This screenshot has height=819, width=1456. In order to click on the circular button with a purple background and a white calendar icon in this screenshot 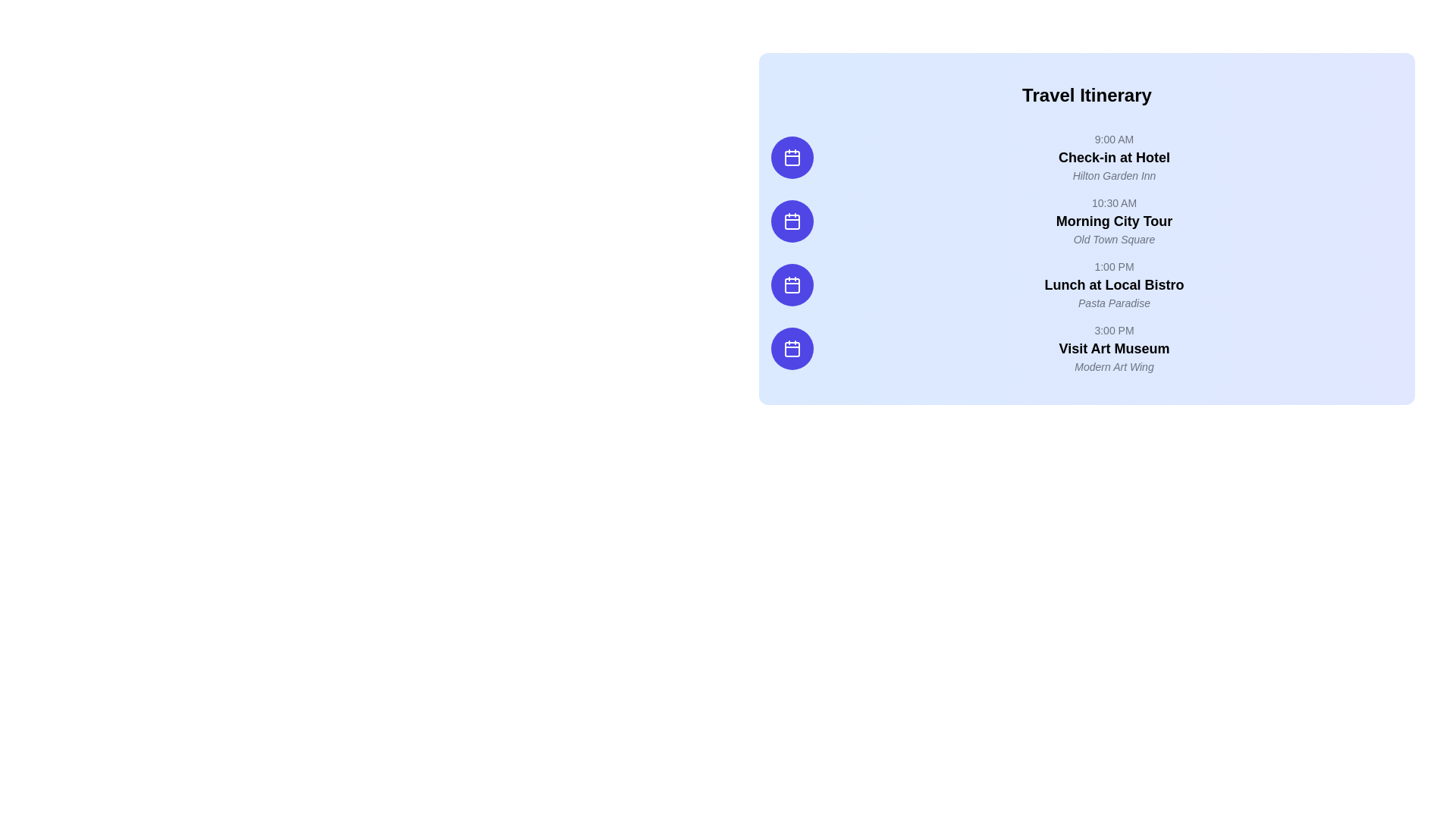, I will do `click(792, 284)`.